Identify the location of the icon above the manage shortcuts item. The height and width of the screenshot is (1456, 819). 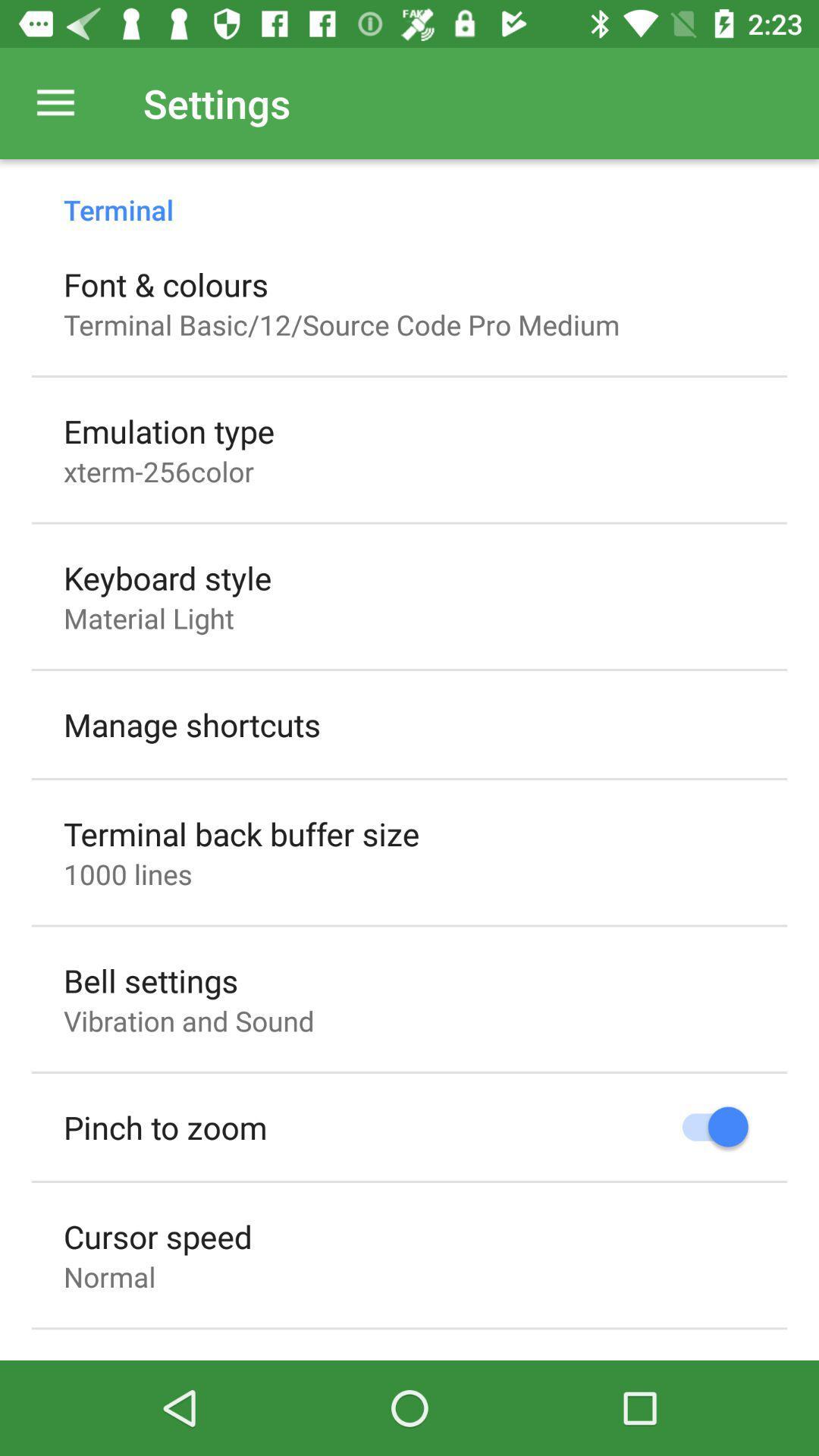
(149, 618).